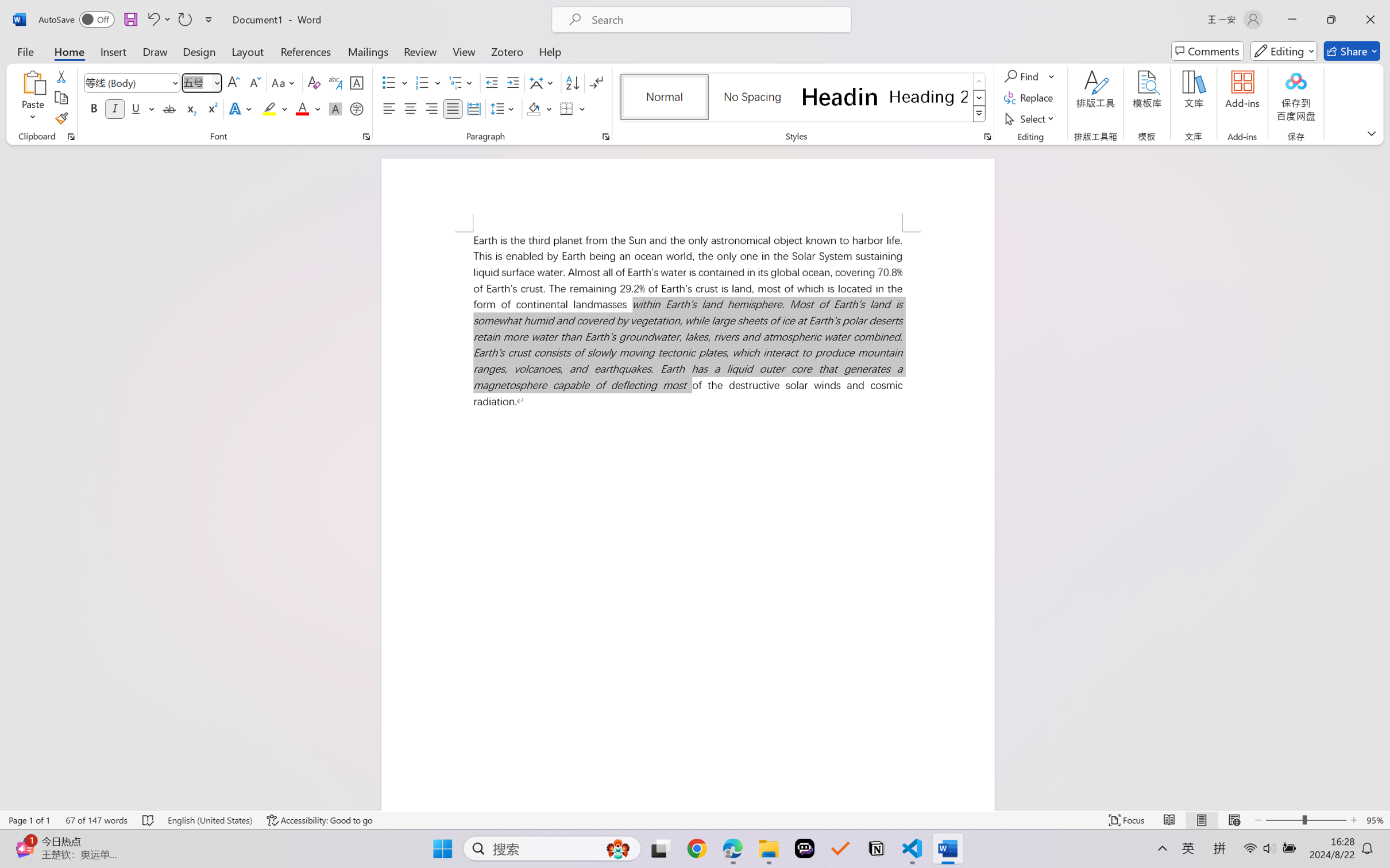 The image size is (1390, 868). Describe the element at coordinates (30, 820) in the screenshot. I see `'Page Number Page 1 of 1'` at that location.